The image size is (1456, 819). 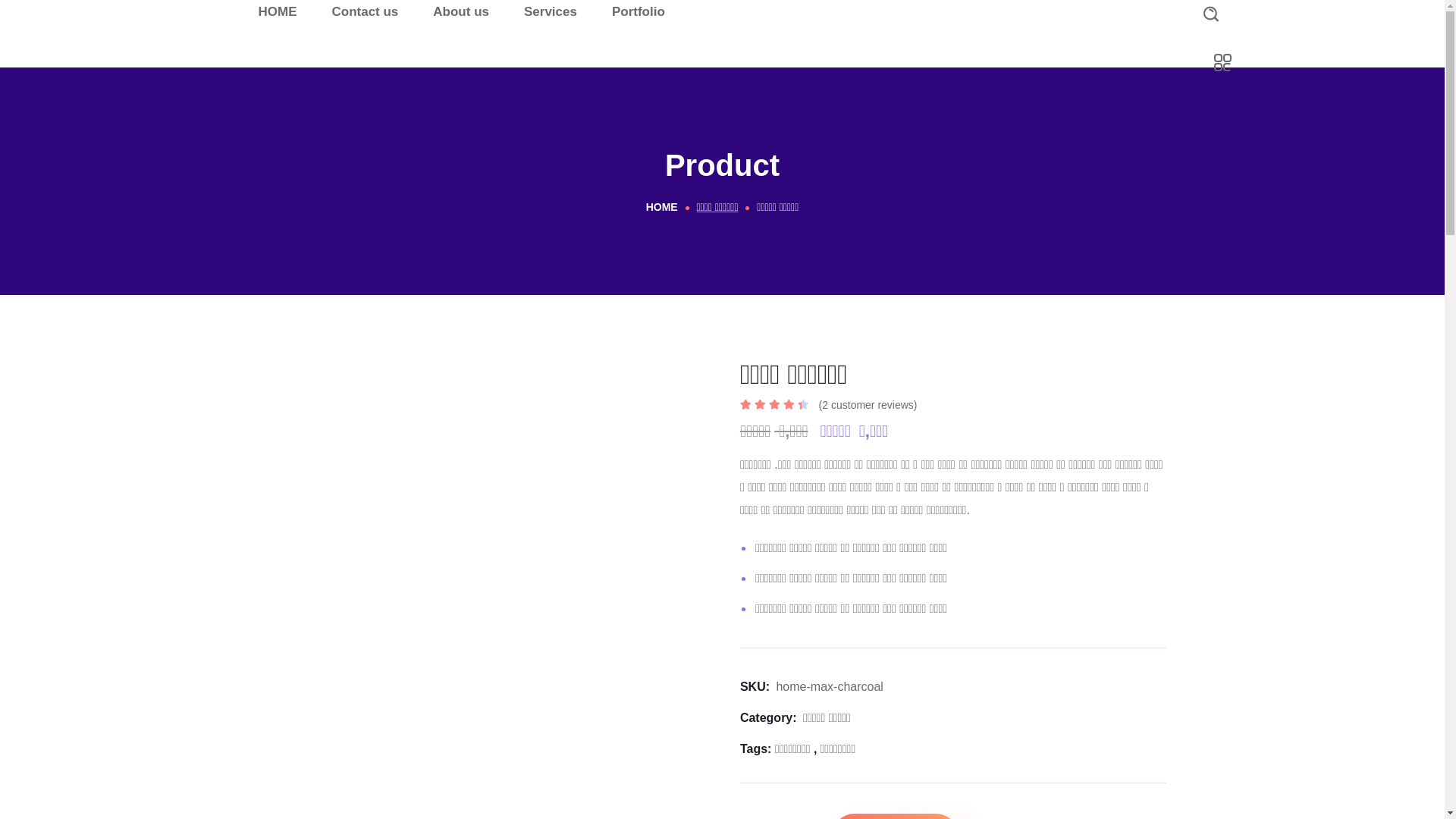 I want to click on 'Portfolio', so click(x=638, y=11).